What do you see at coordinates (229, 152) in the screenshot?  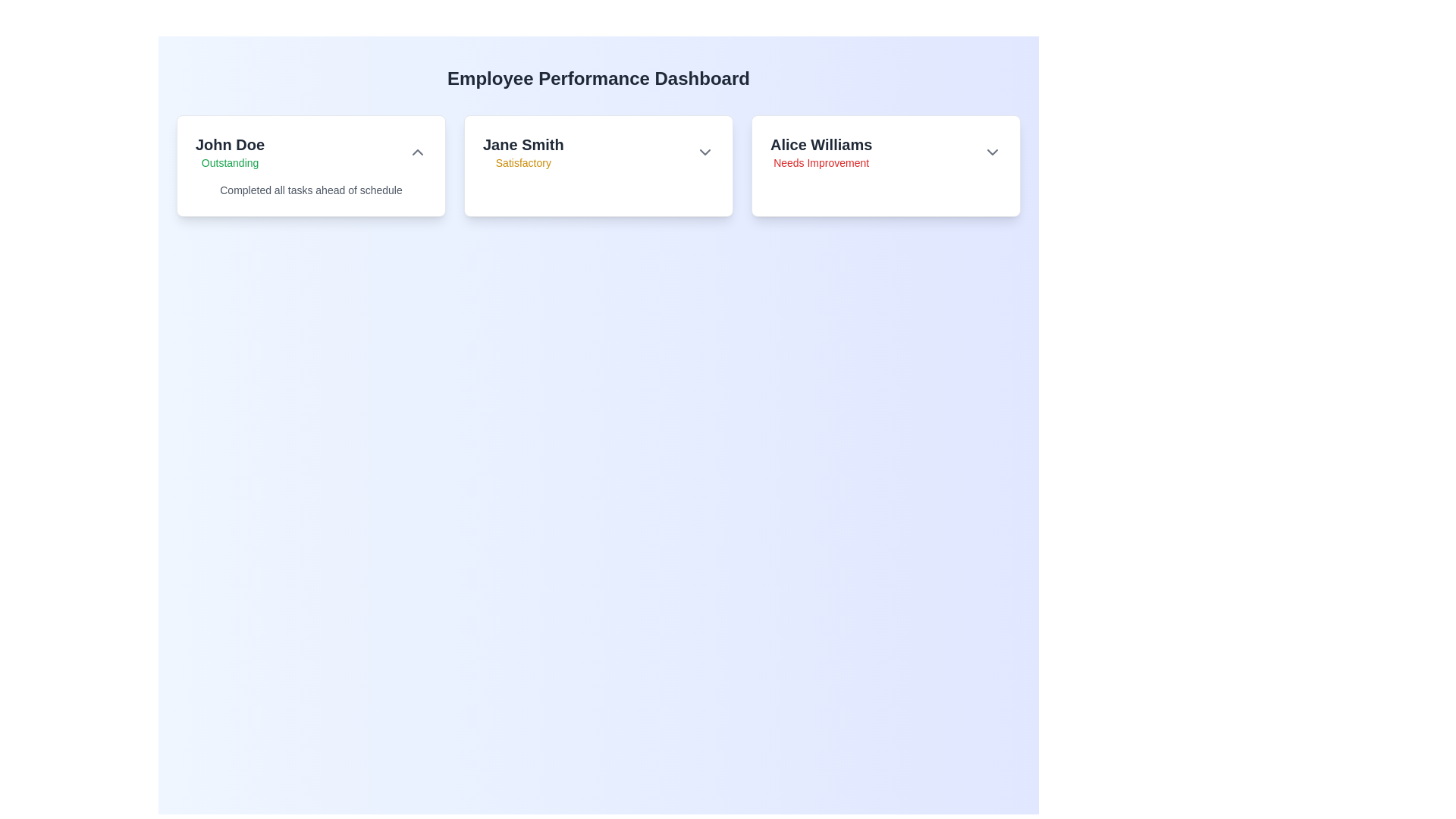 I see `the Text Display element that shows an individual's name and status descriptor, located in the top-left corner of a card in a performance dashboard` at bounding box center [229, 152].